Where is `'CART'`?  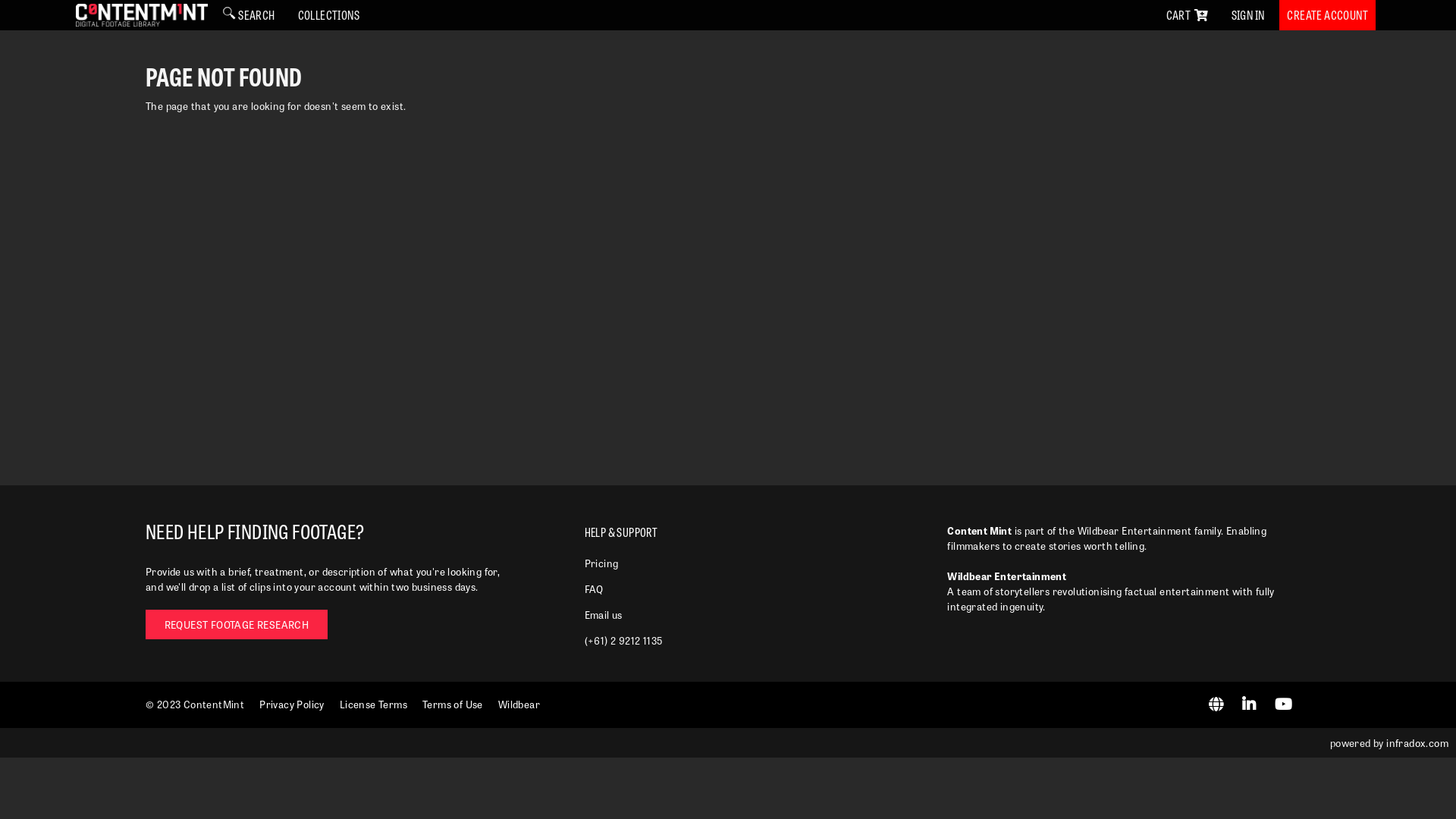
'CART' is located at coordinates (1186, 14).